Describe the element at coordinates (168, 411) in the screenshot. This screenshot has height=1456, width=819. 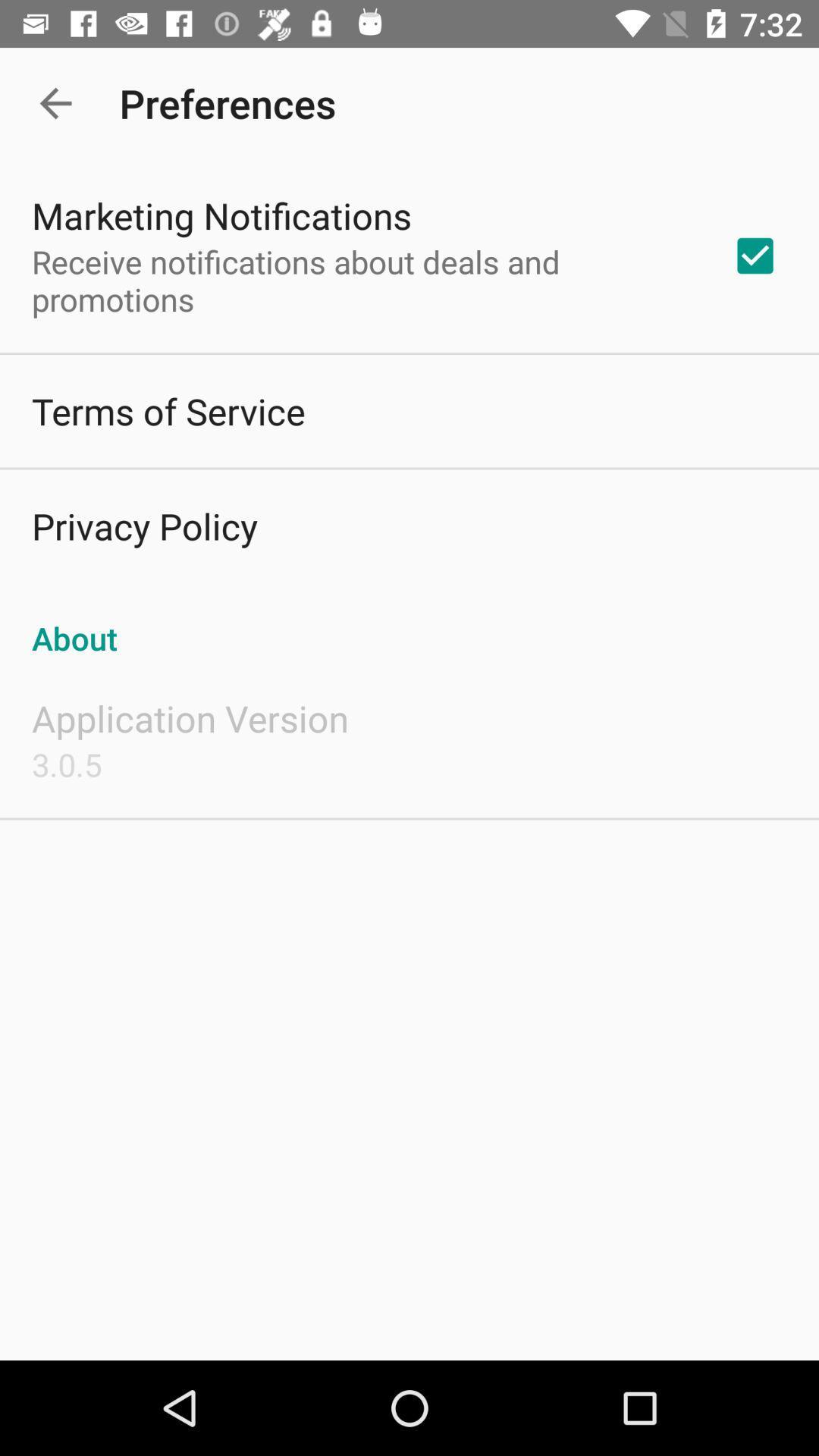
I see `the item above privacy policy` at that location.